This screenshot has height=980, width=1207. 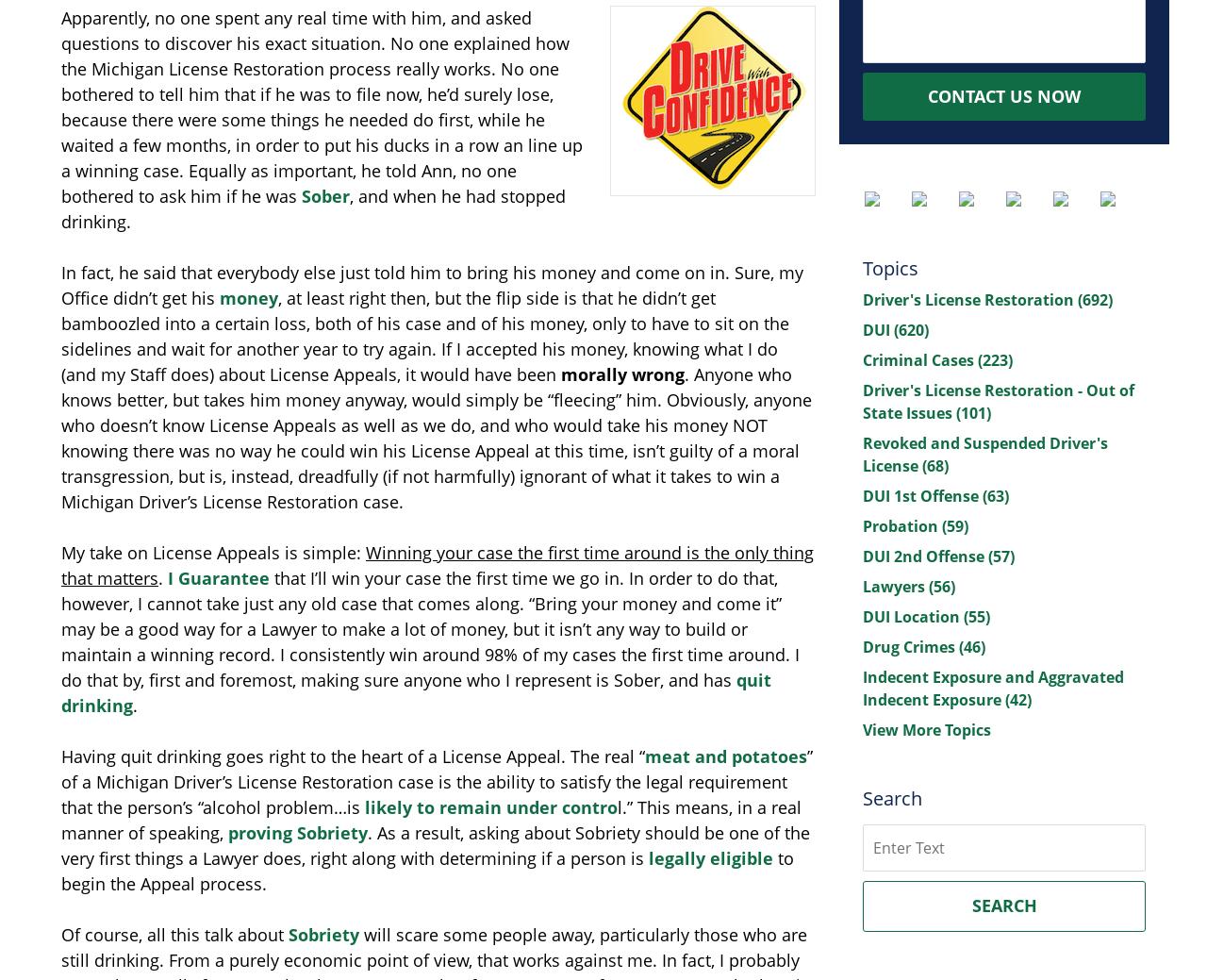 What do you see at coordinates (353, 756) in the screenshot?
I see `'Having quit drinking goes right to the heart of a License Appeal.  The real “'` at bounding box center [353, 756].